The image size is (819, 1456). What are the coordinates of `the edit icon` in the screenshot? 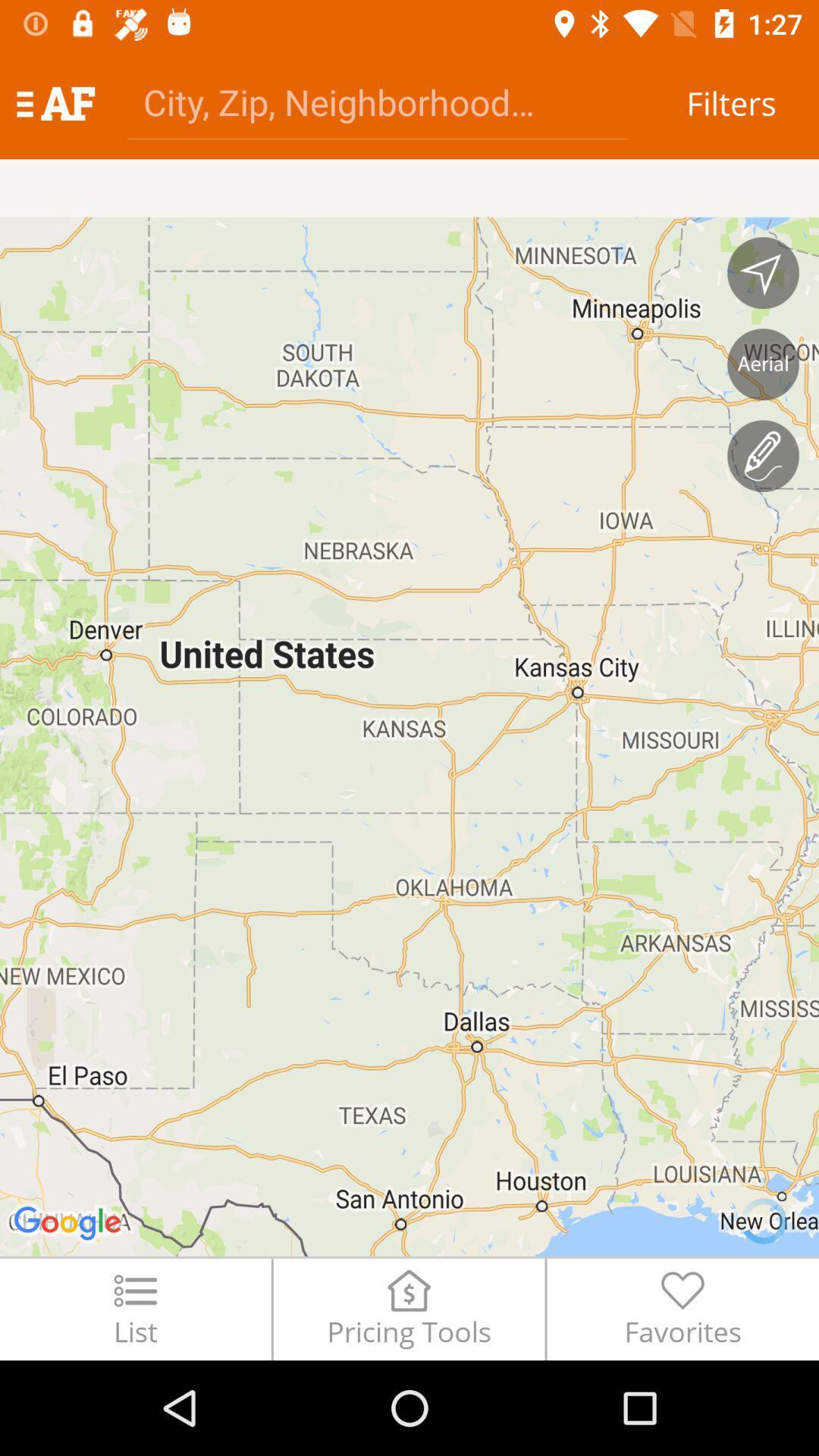 It's located at (763, 455).